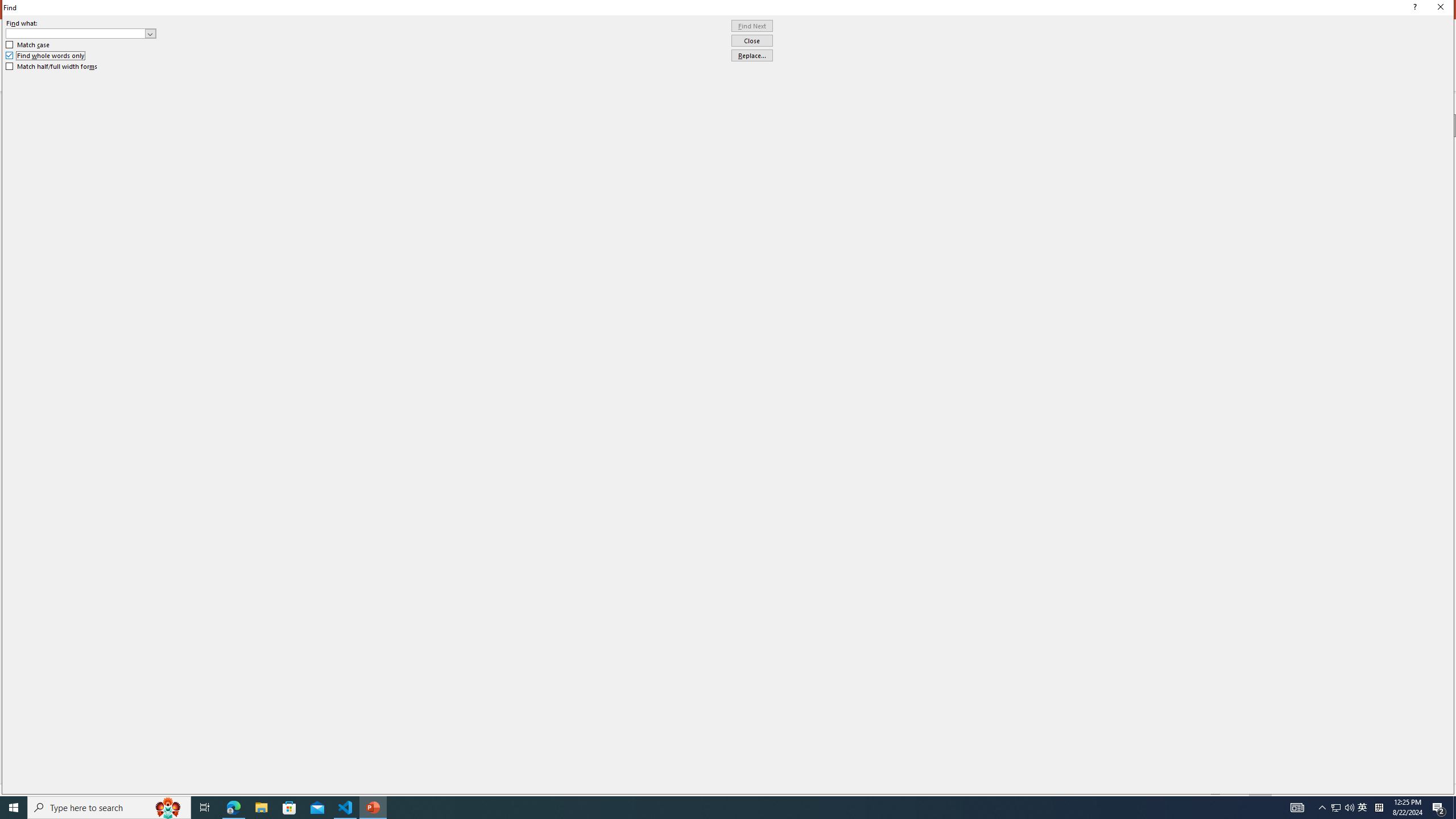  Describe the element at coordinates (27, 44) in the screenshot. I see `'Match case'` at that location.